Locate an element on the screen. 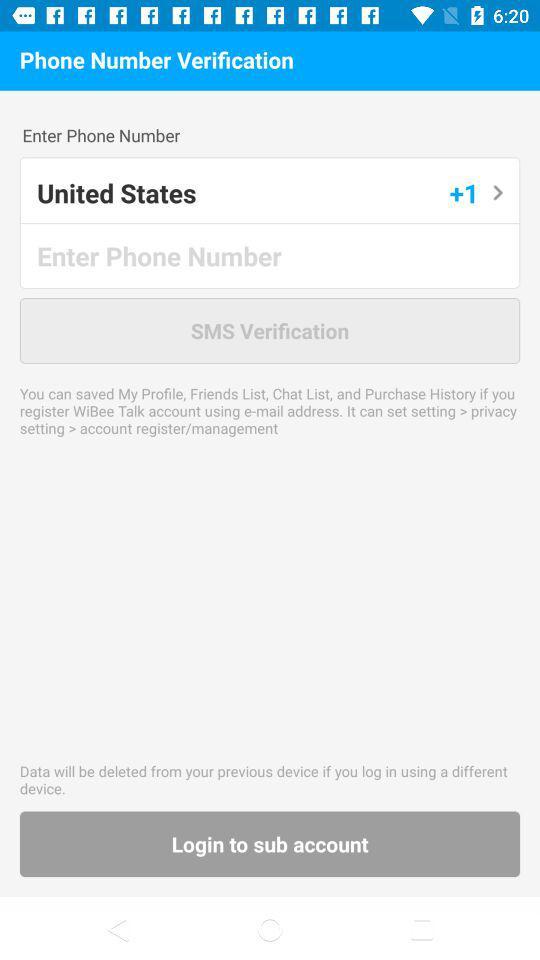 This screenshot has height=960, width=540. sms verification is located at coordinates (270, 330).